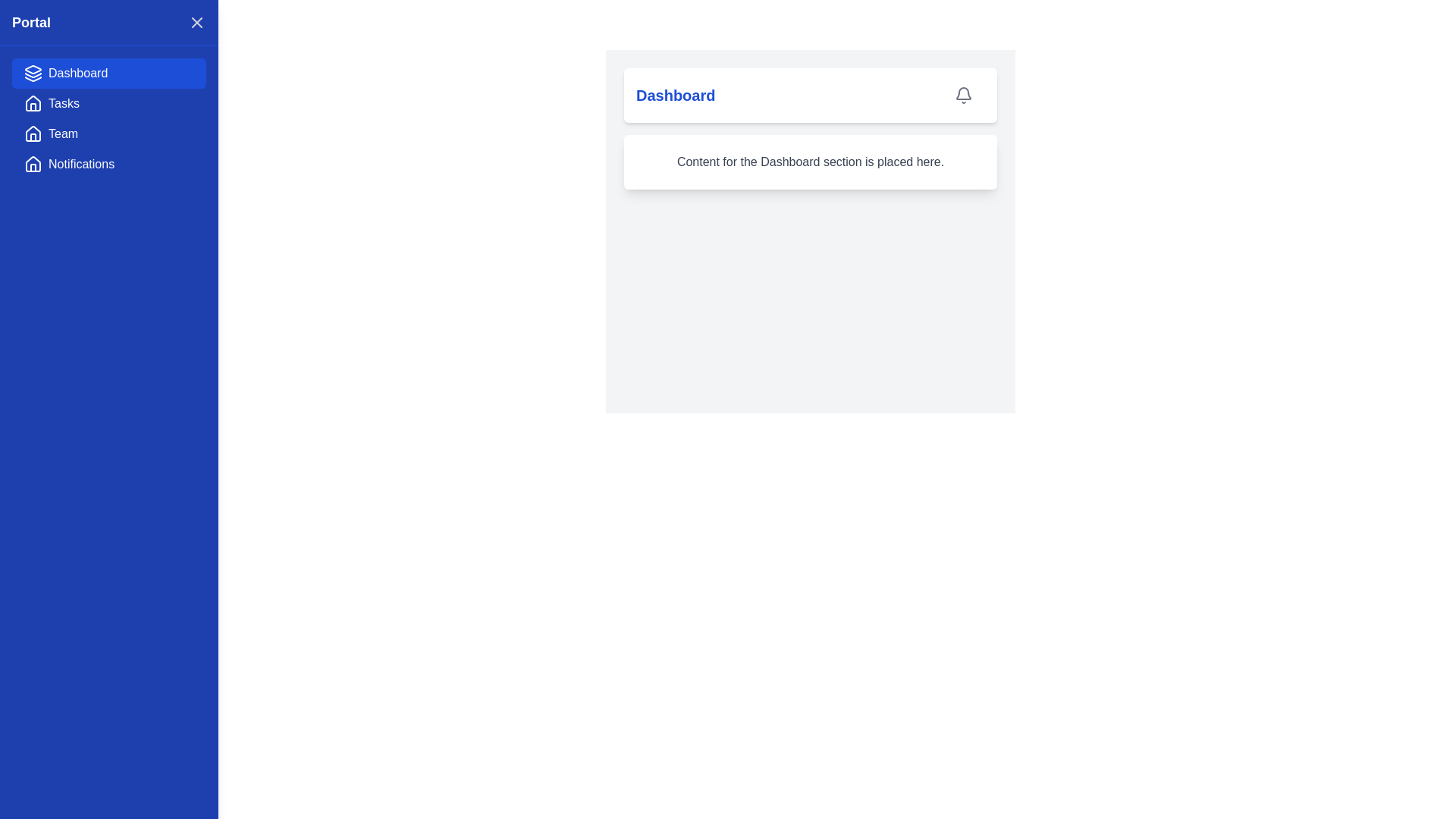 Image resolution: width=1456 pixels, height=819 pixels. I want to click on the icon representing layered objects located in the sidebar menu under the 'Dashboard' label, so click(33, 73).